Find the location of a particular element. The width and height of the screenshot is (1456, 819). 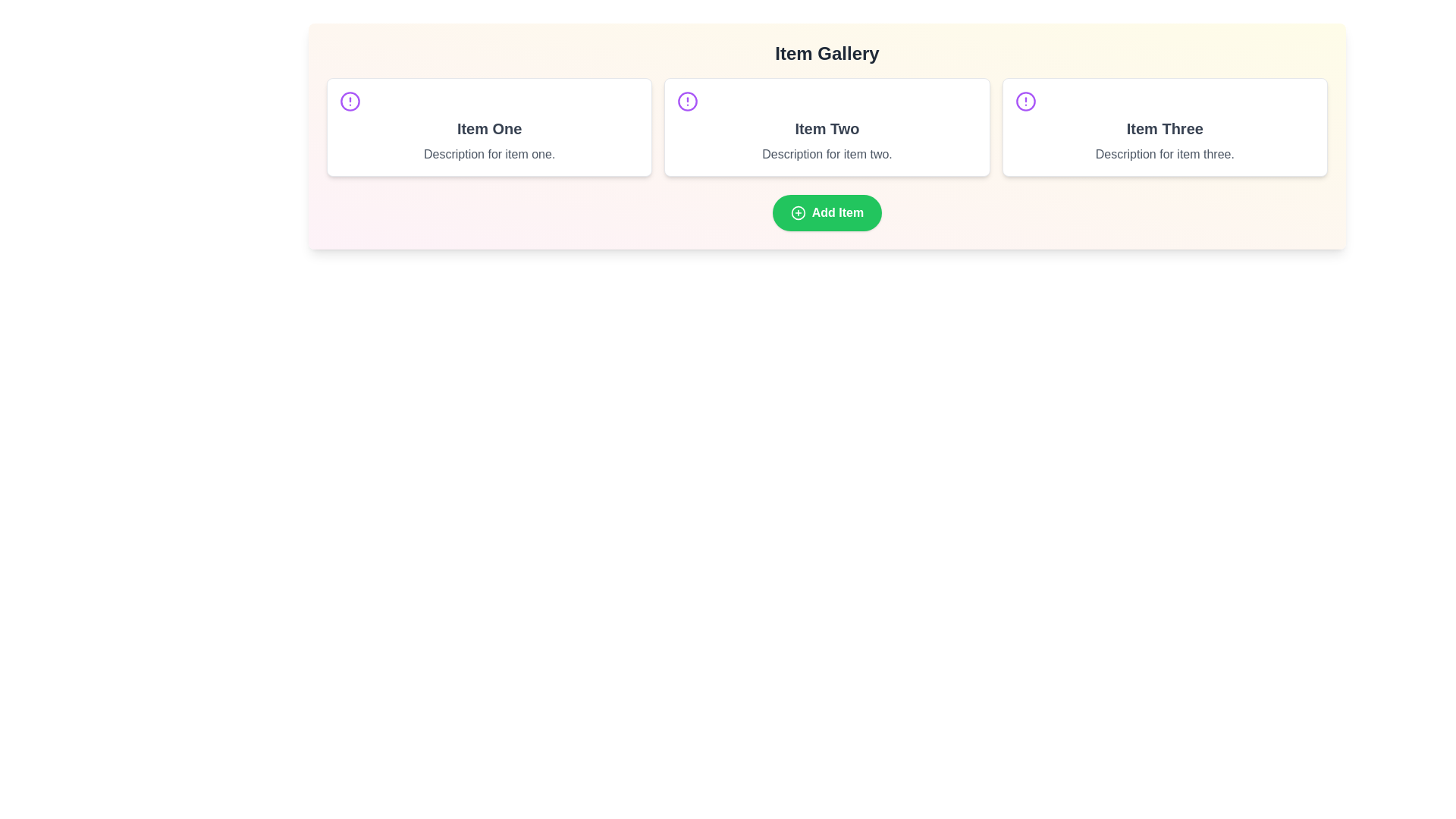

the status or alert icon located in the upper-left corner of the 'Item One' card, which serves as a visual indicator or alert related to the content of the card is located at coordinates (349, 102).